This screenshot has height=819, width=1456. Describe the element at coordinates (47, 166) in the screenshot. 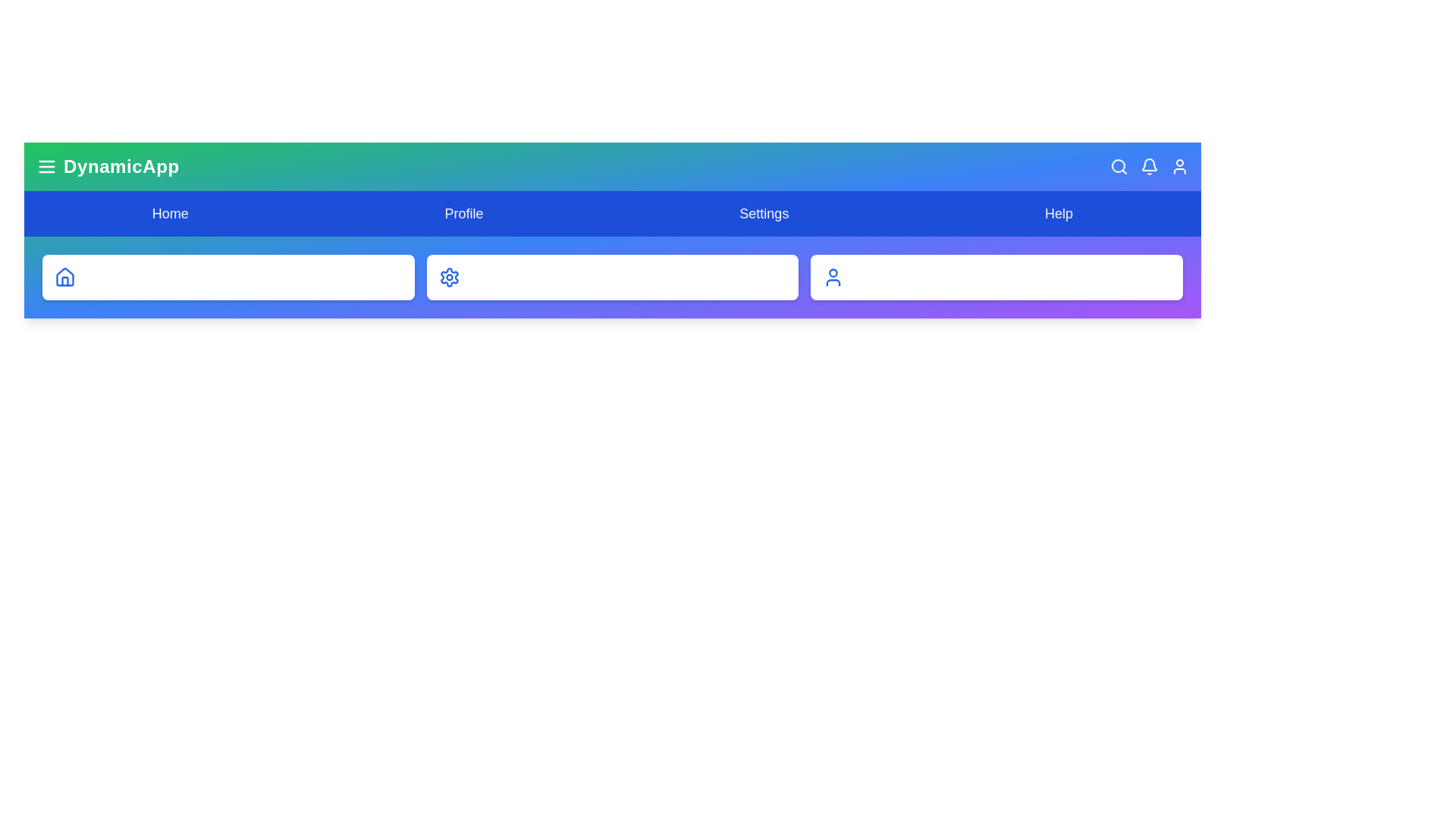

I see `the menu icon to toggle the menu visibility` at that location.